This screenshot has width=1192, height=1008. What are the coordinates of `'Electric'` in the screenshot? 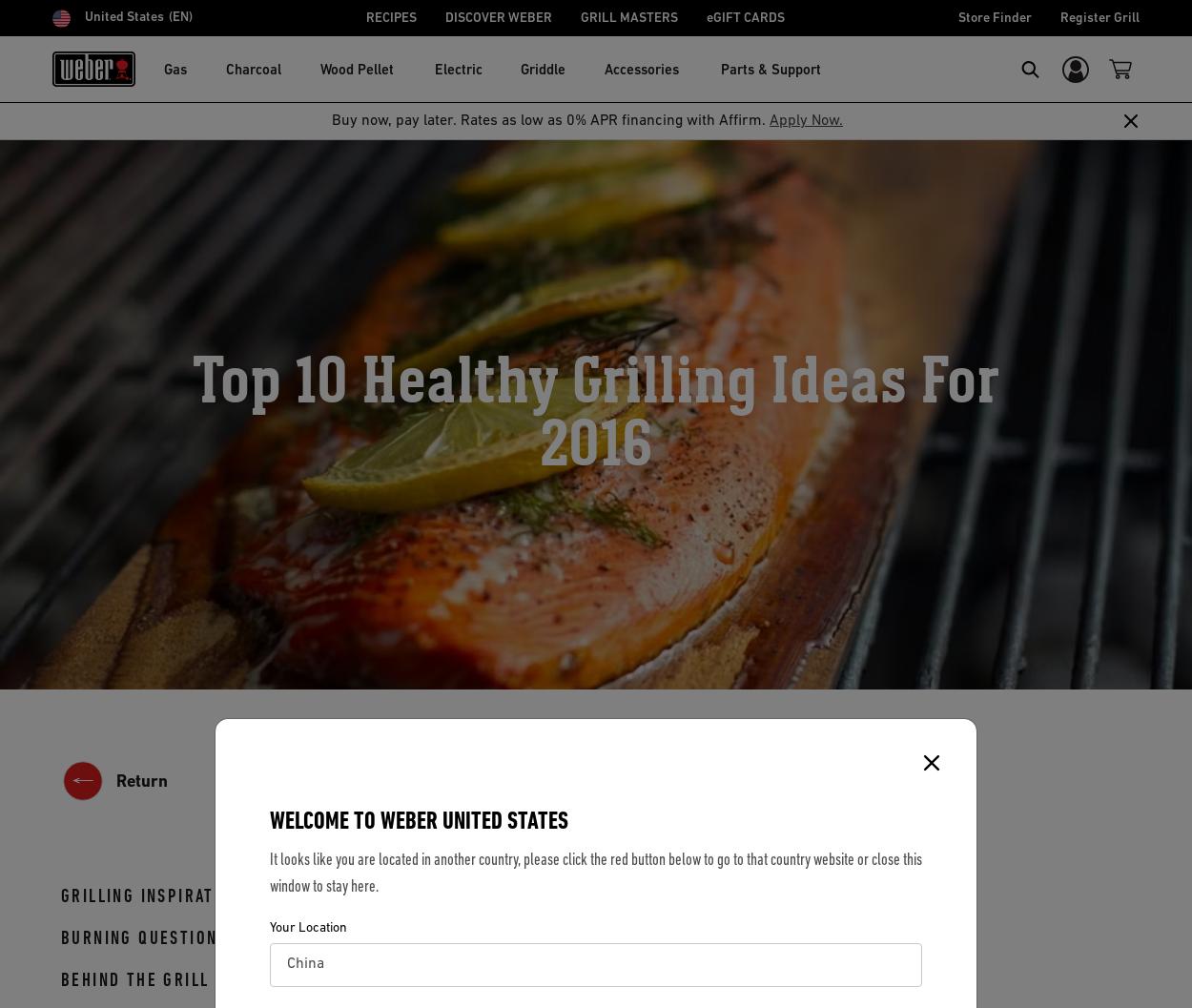 It's located at (457, 70).